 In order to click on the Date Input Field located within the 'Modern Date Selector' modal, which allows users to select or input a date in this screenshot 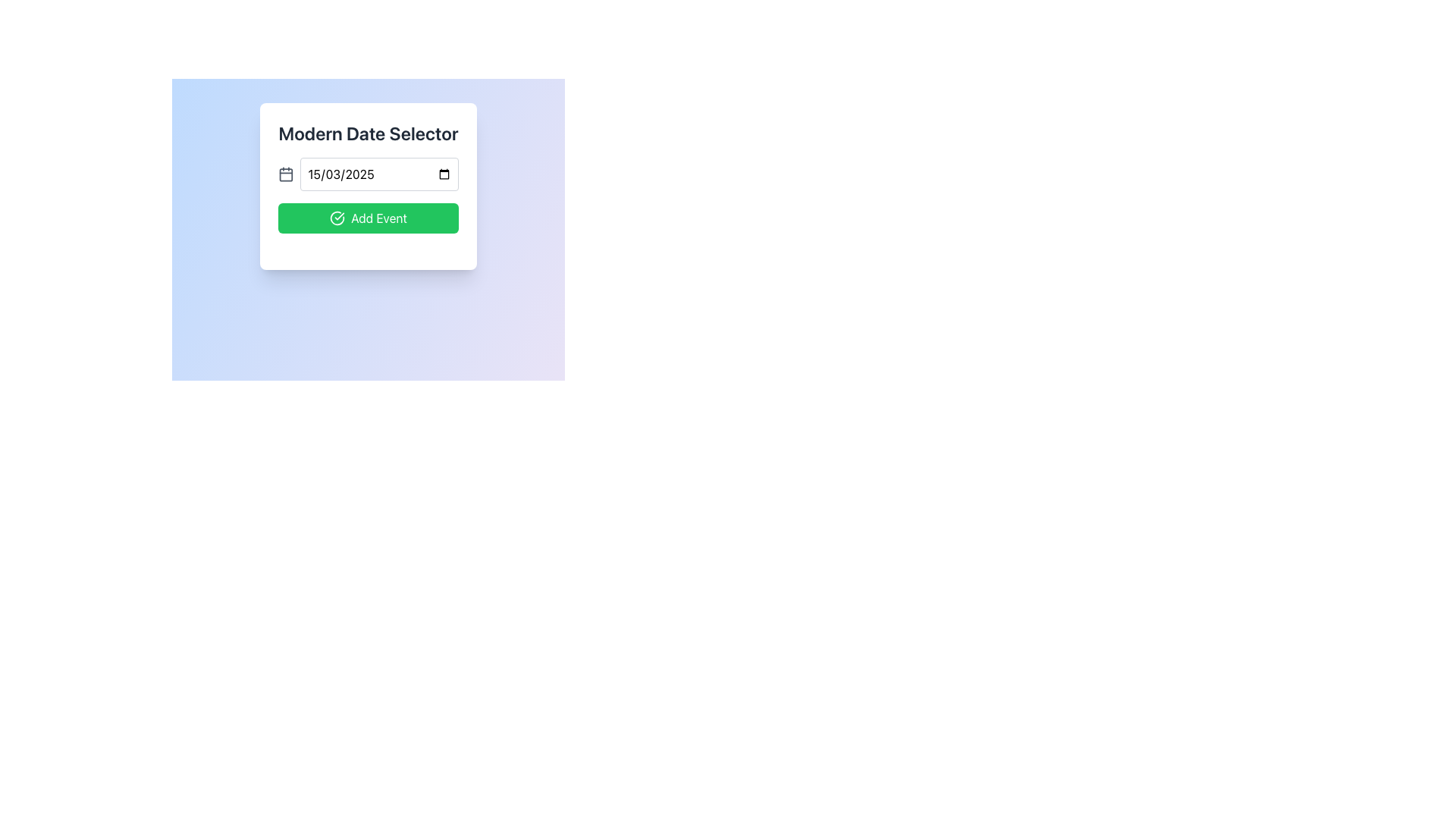, I will do `click(379, 174)`.